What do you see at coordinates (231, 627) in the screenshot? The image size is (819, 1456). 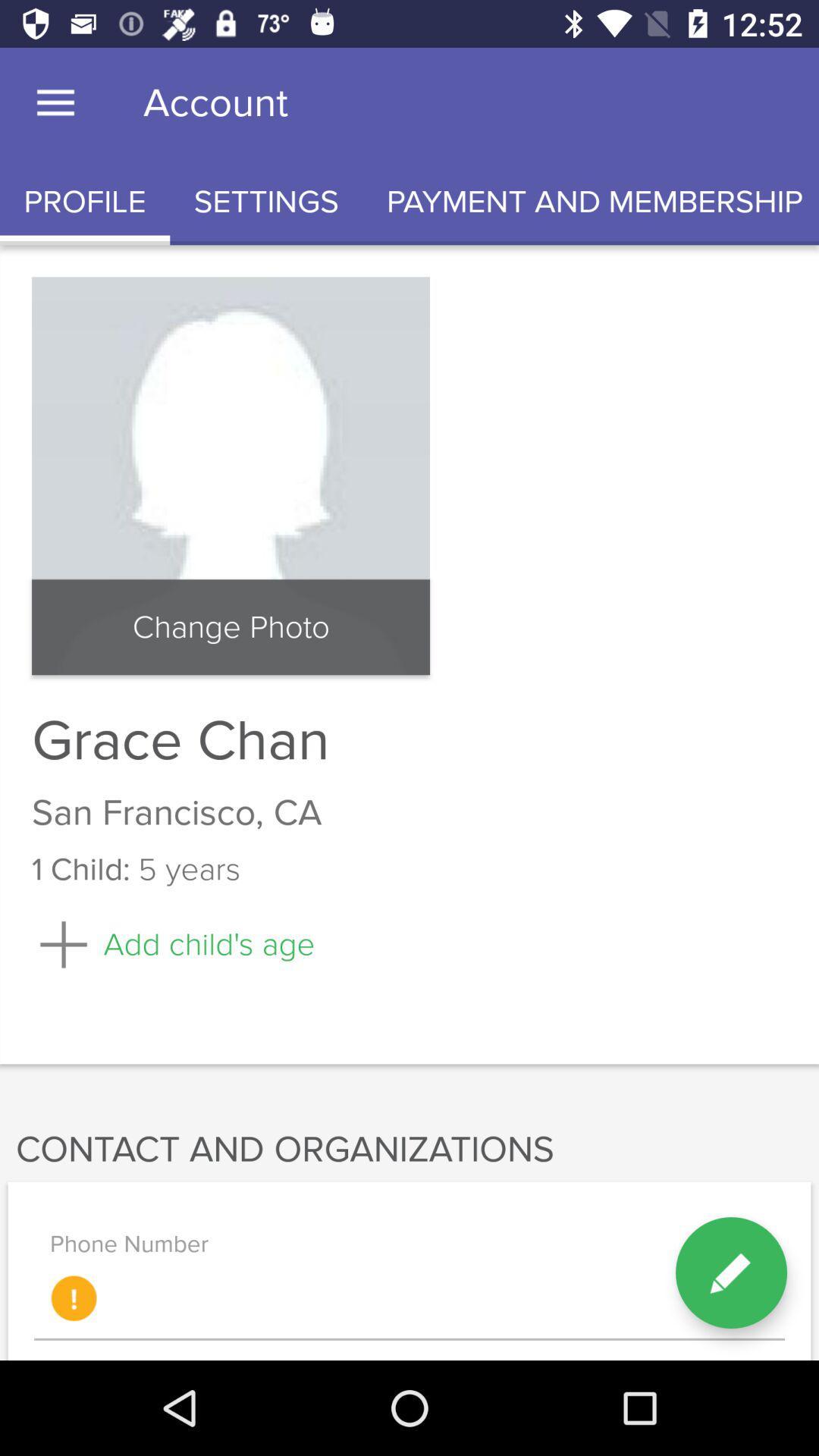 I see `change photo` at bounding box center [231, 627].